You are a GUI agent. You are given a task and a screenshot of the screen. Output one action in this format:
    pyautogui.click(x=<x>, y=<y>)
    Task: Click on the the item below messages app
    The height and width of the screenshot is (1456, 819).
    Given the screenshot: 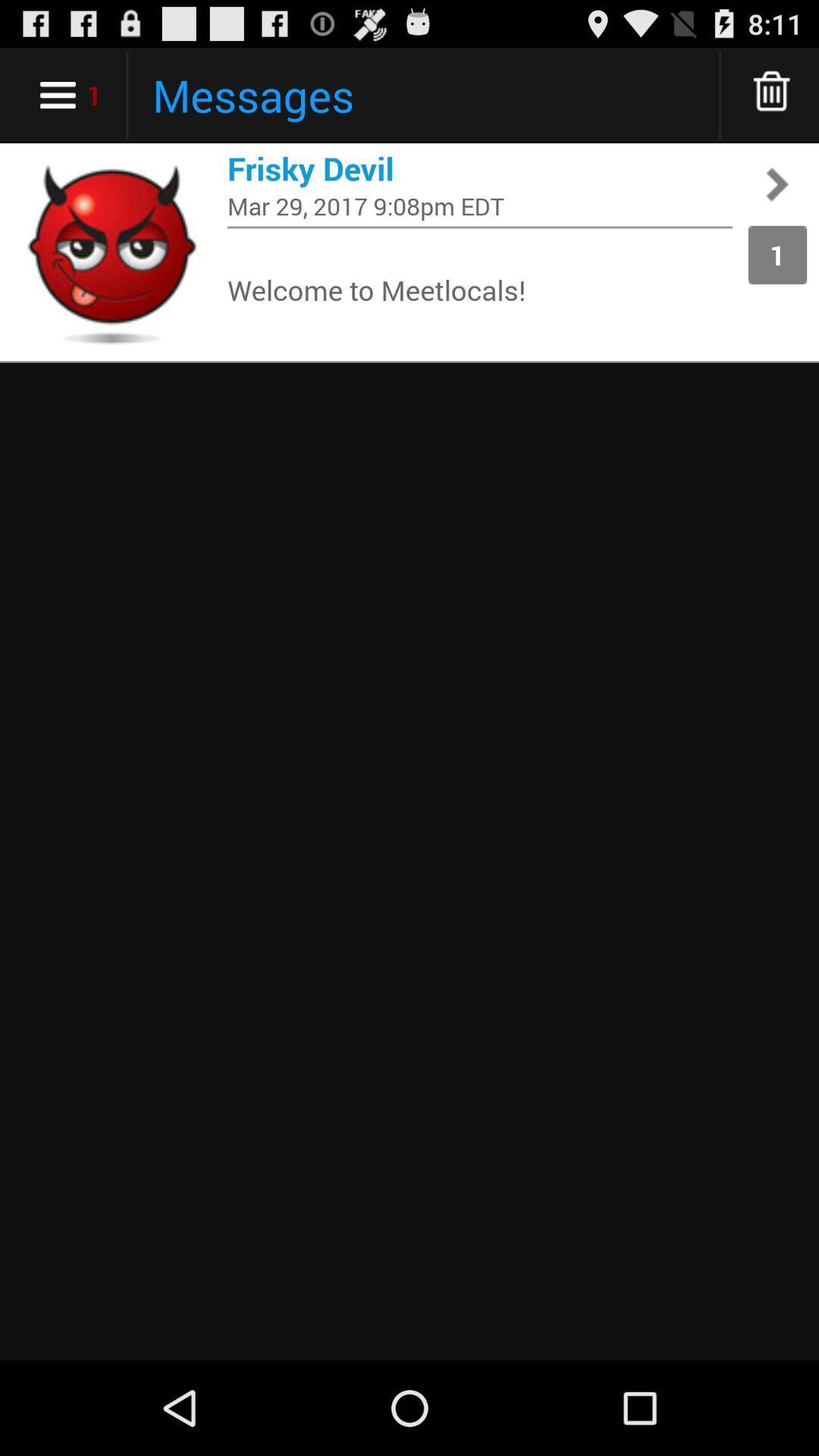 What is the action you would take?
    pyautogui.click(x=479, y=168)
    